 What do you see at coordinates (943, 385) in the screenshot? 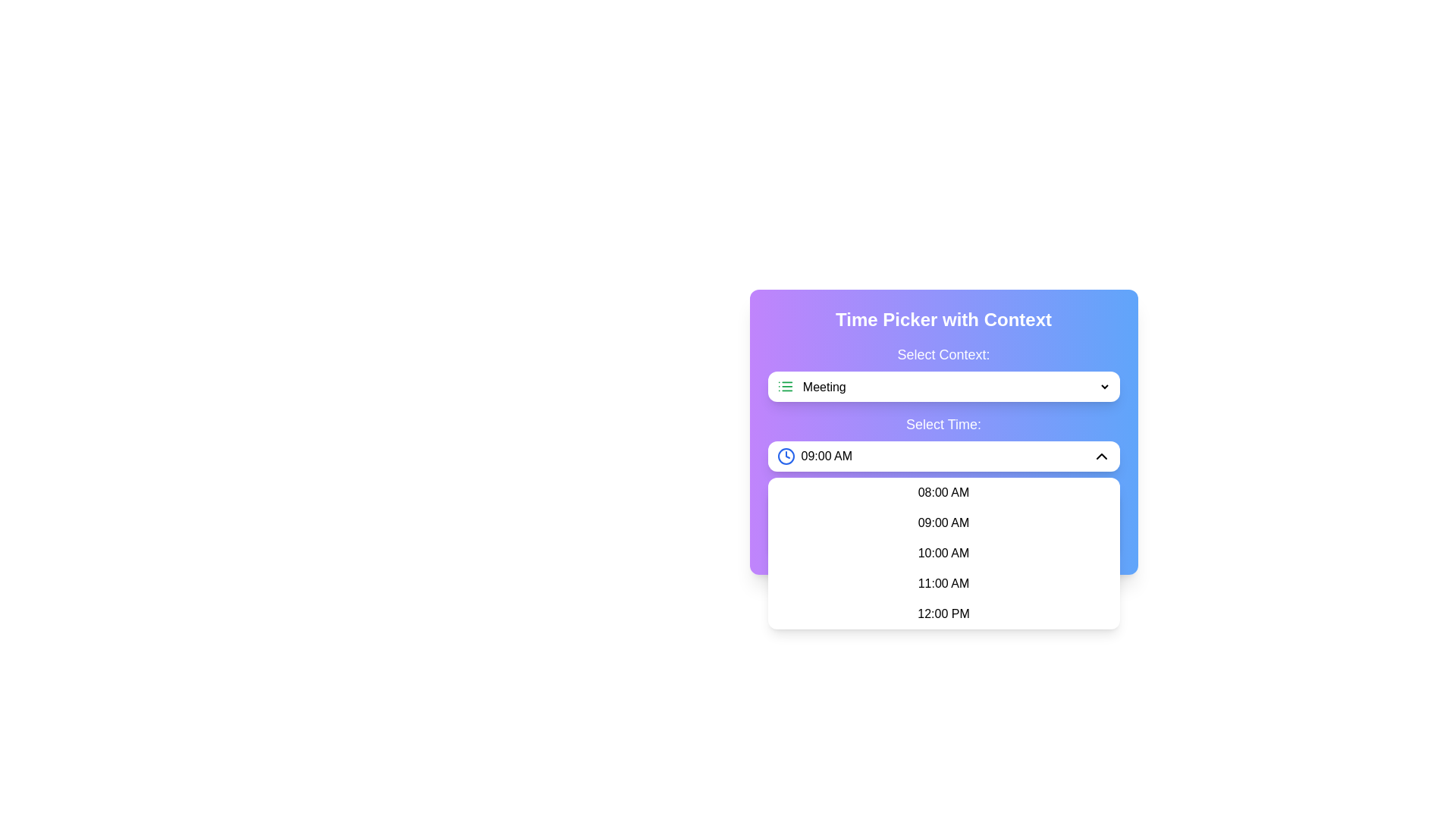
I see `the dropdown menu labeled 'Select Context:'` at bounding box center [943, 385].